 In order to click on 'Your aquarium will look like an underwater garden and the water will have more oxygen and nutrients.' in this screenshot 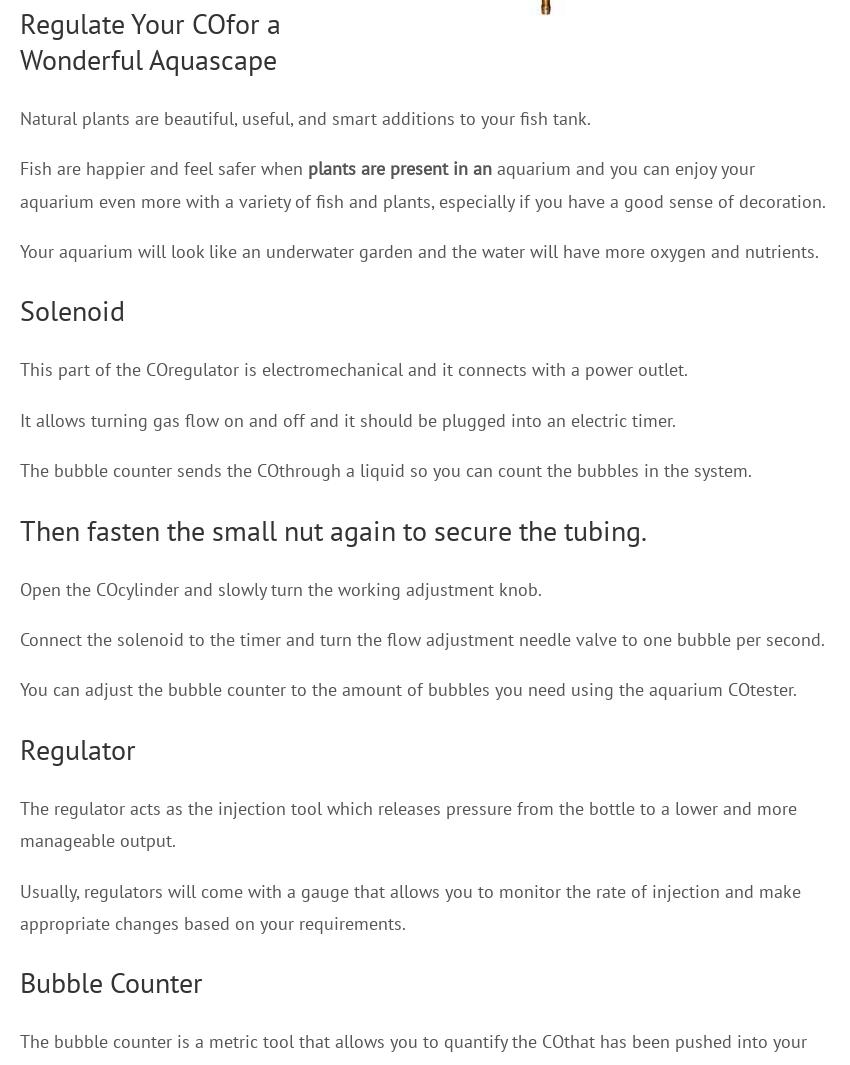, I will do `click(419, 249)`.